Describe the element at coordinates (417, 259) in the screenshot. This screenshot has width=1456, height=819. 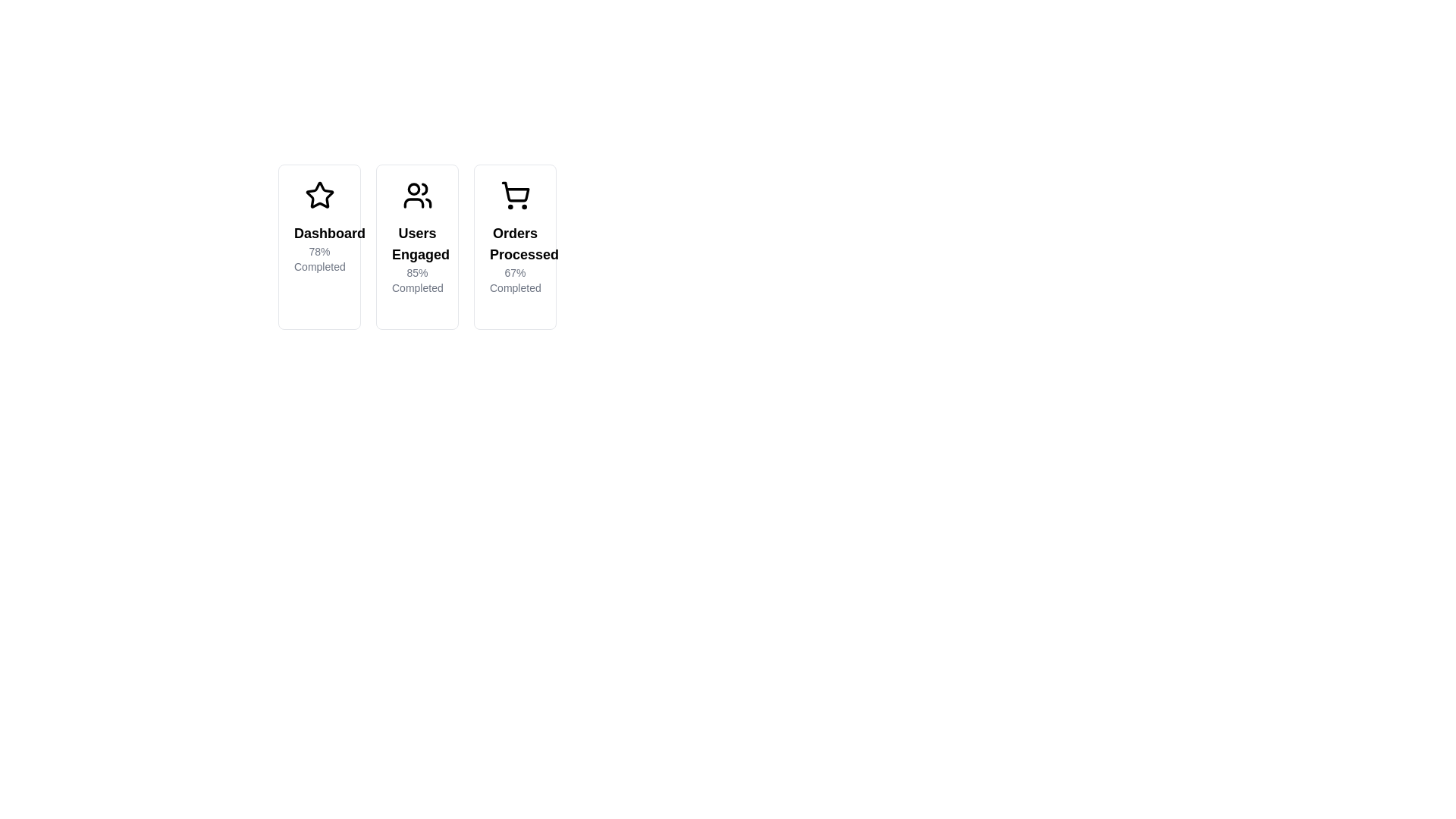
I see `the informative text block located in the second card of a horizontal row, positioned beneath the user icon and above the progress bar` at that location.